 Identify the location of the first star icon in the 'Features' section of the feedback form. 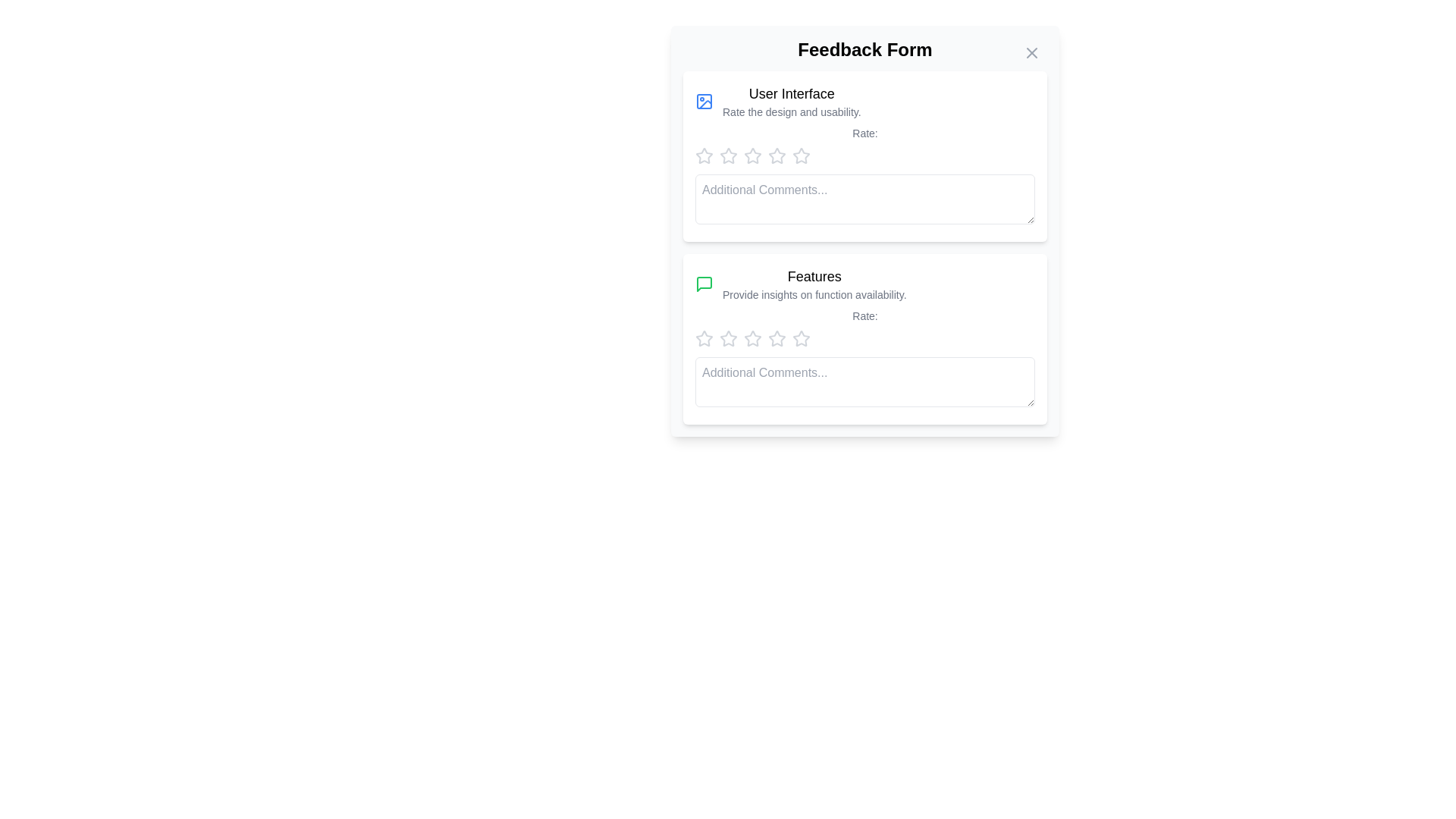
(728, 337).